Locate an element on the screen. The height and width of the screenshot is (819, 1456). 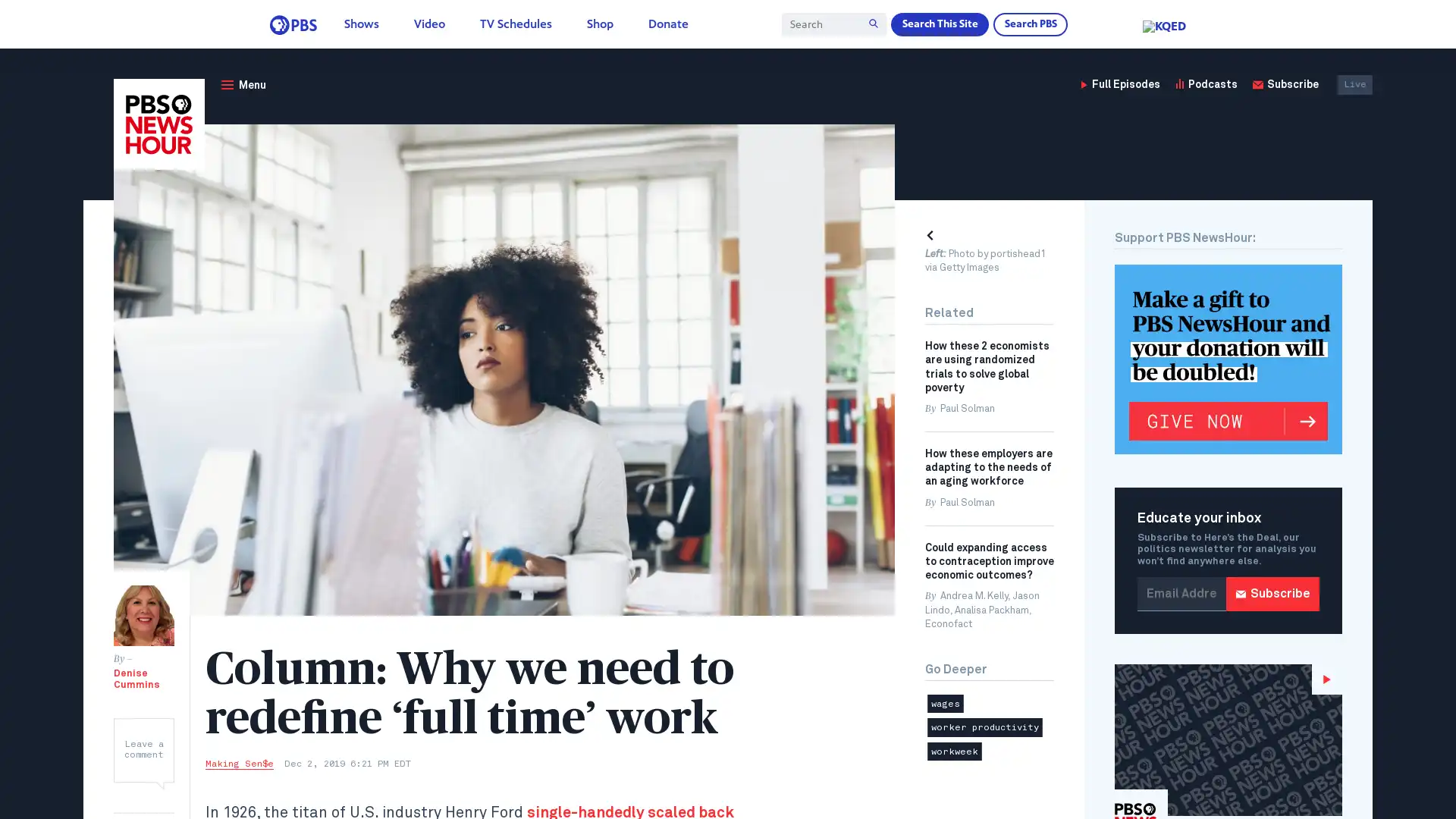
Leave a comment is located at coordinates (144, 748).